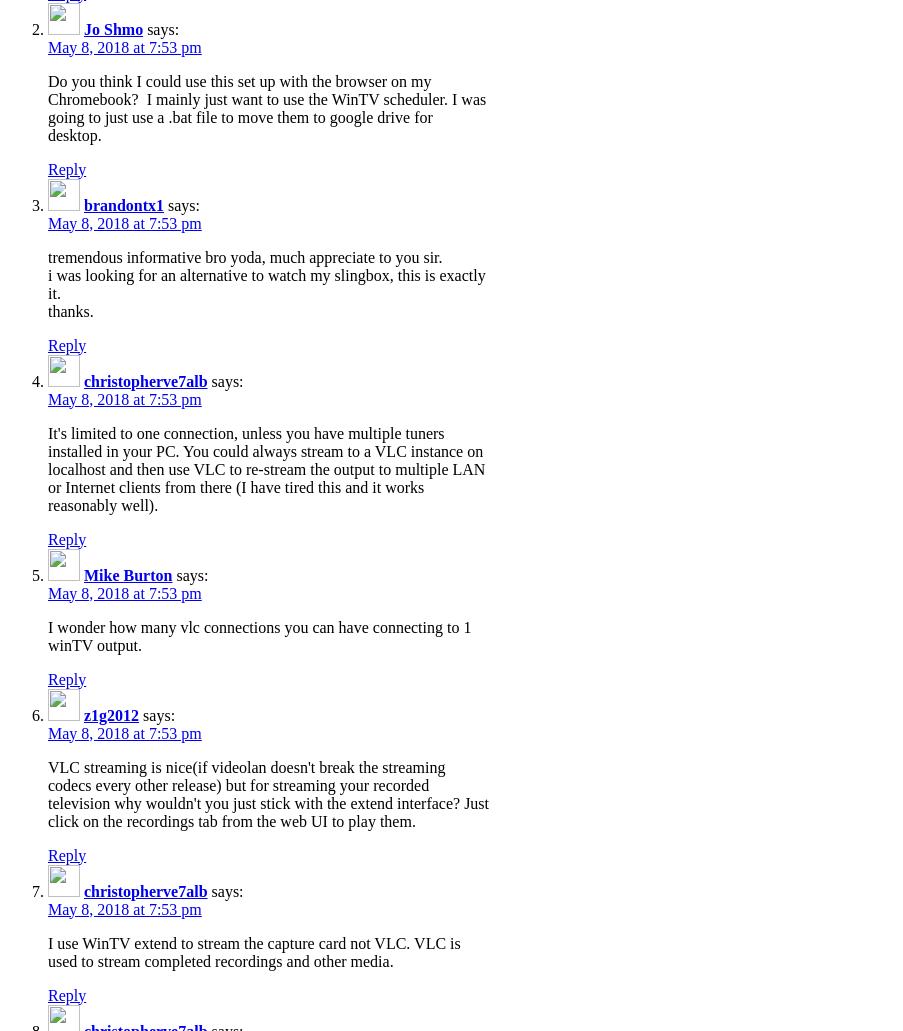 The width and height of the screenshot is (903, 1031). What do you see at coordinates (47, 309) in the screenshot?
I see `'thanks.'` at bounding box center [47, 309].